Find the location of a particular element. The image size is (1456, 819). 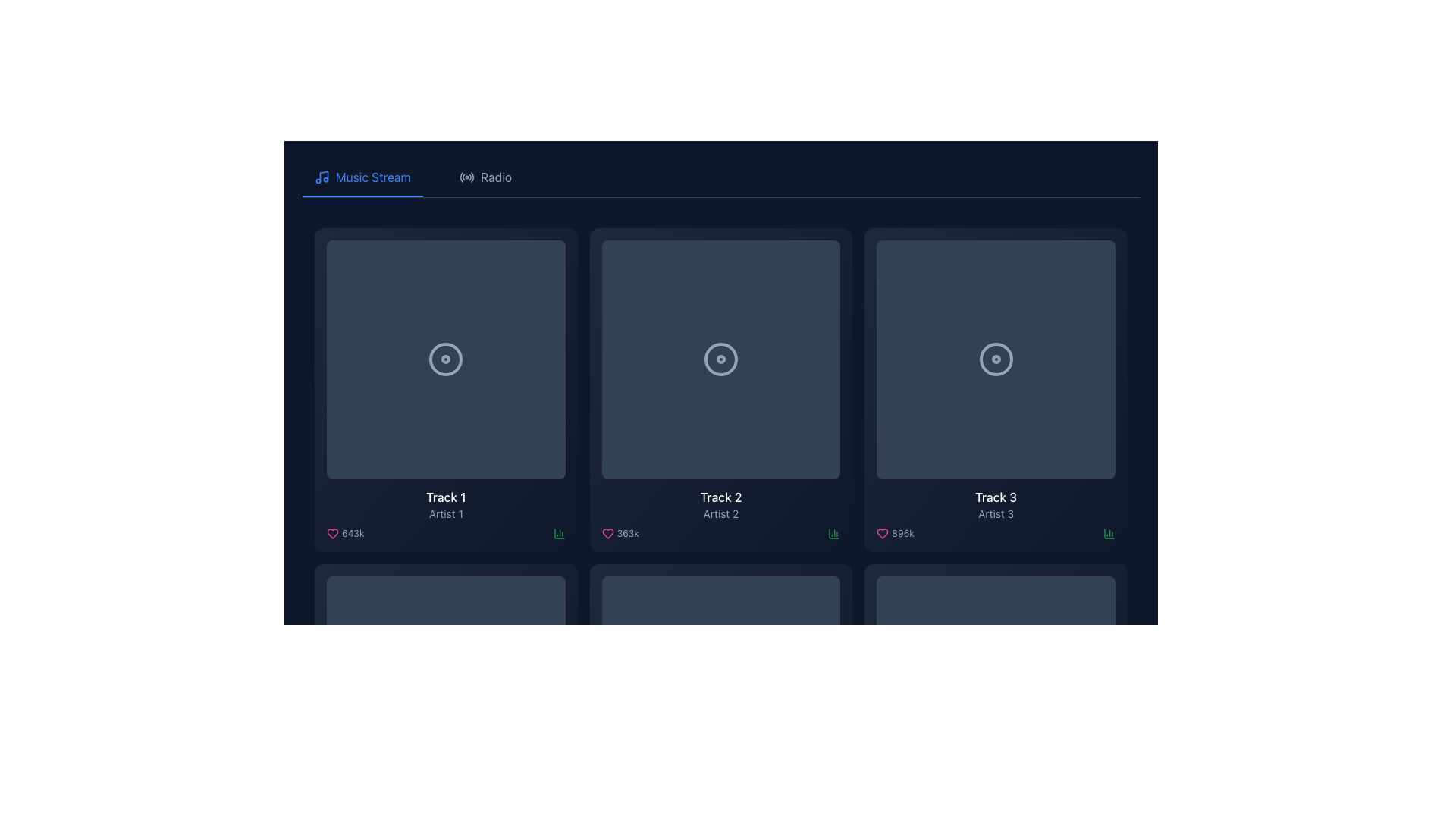

the like or favorite count text element located beneath 'Track 1', positioned left of the chart-like icon is located at coordinates (344, 532).